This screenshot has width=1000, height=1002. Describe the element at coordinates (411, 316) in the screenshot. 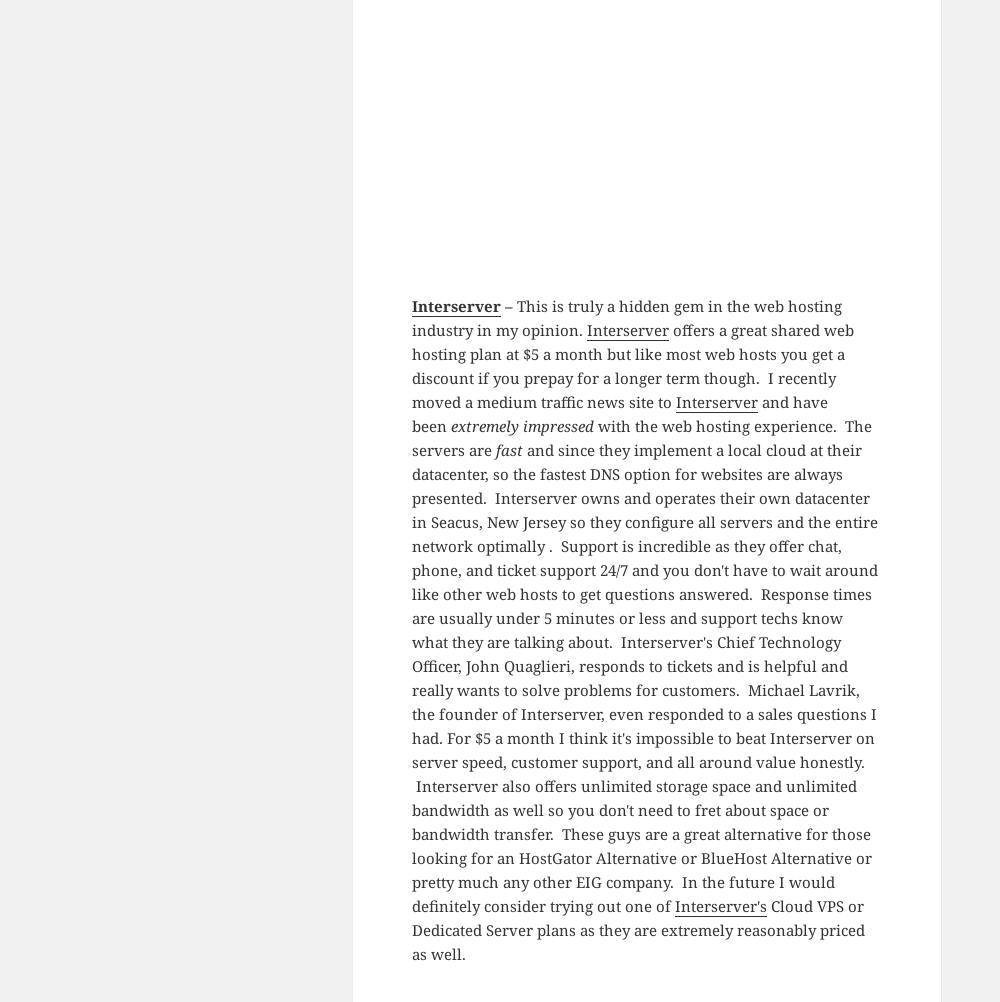

I see `'This is truly a hidden gem in the web hosting industry in my opinion.'` at that location.